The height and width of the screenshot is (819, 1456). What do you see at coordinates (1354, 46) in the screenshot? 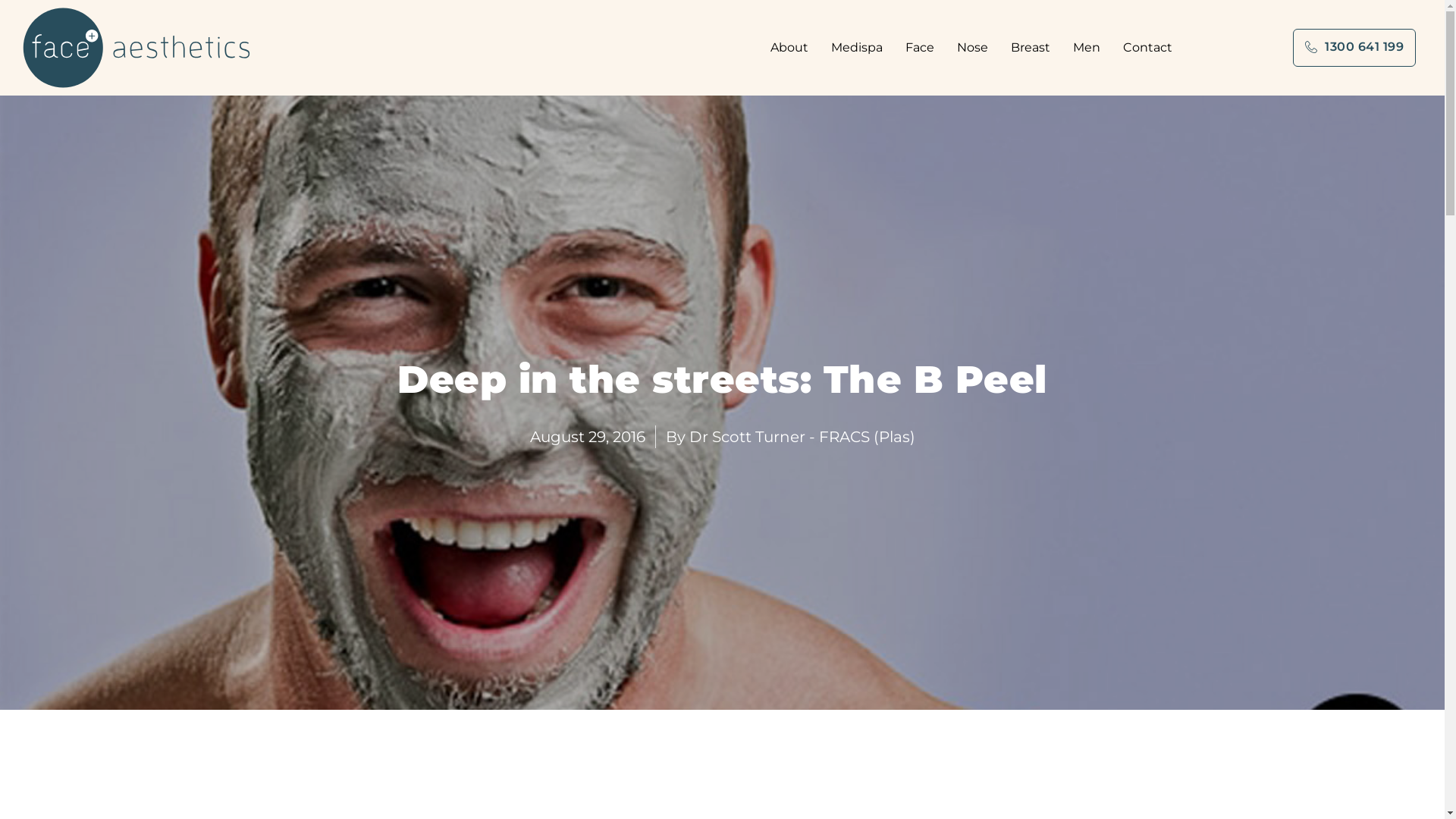
I see `'1300 641 199'` at bounding box center [1354, 46].